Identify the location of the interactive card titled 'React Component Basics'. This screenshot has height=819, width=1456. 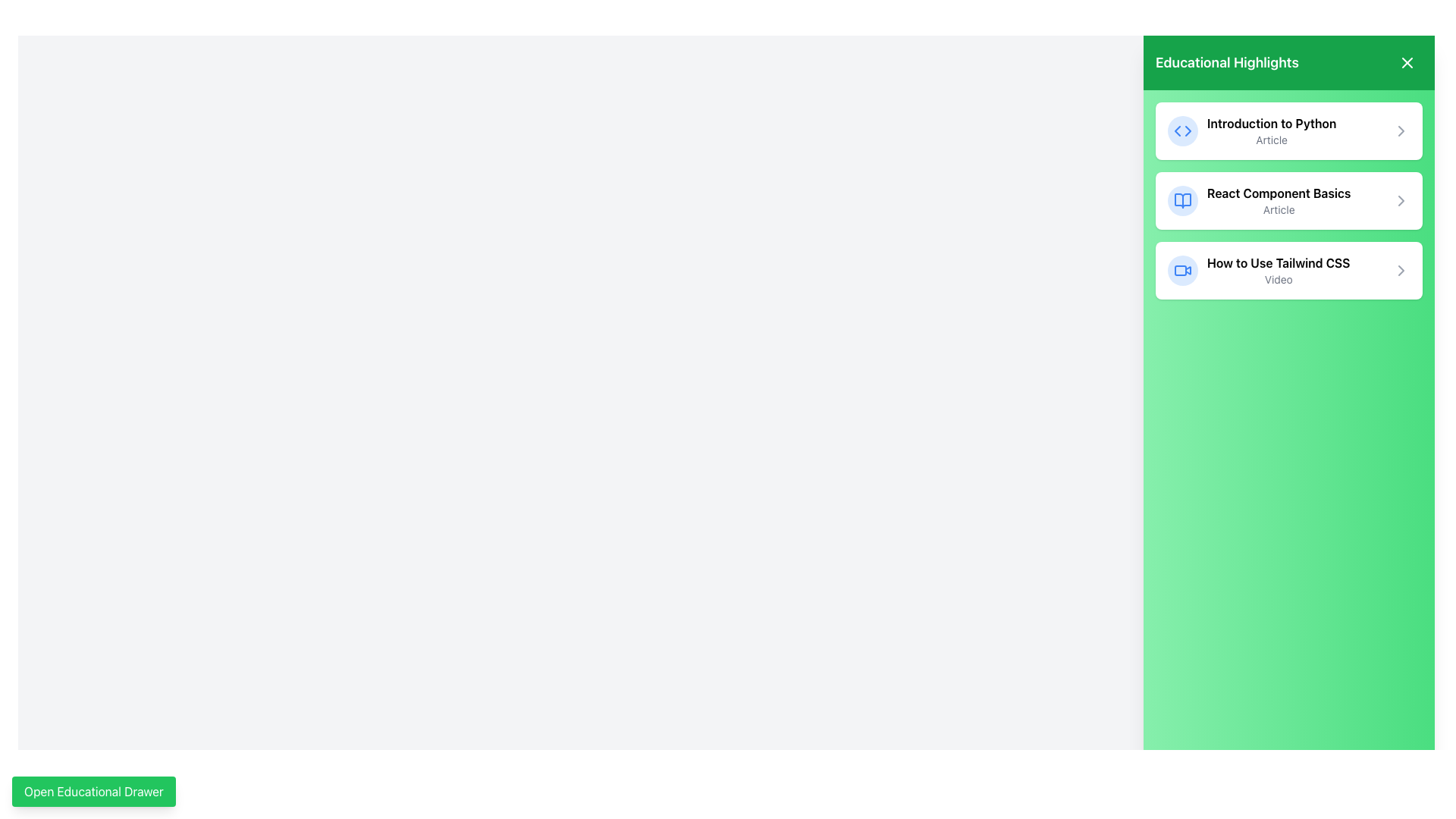
(1288, 200).